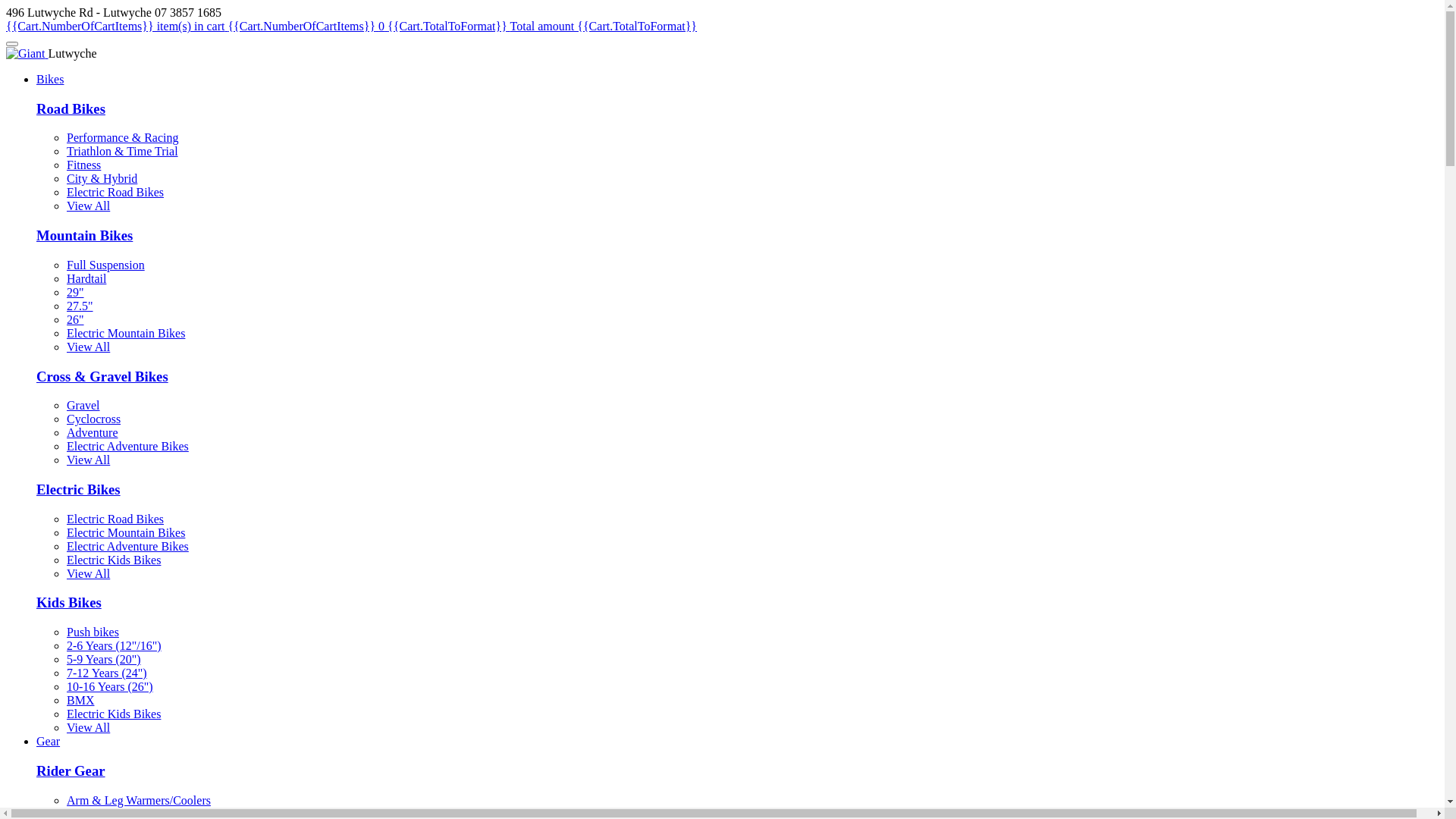 This screenshot has width=1456, height=819. I want to click on 'Hardtail', so click(86, 278).